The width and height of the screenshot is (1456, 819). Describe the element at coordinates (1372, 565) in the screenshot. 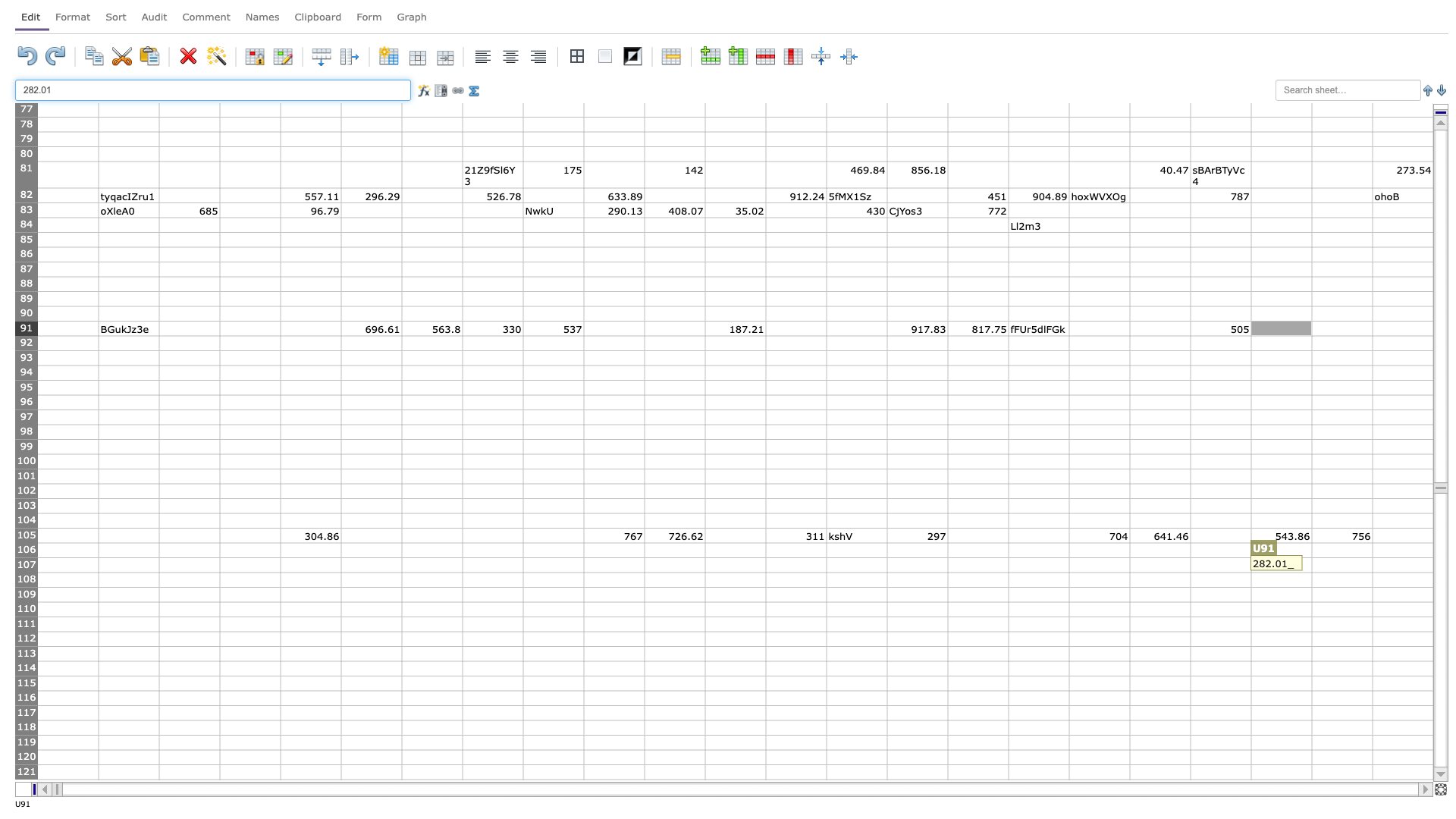

I see `Right border of cell V-107` at that location.